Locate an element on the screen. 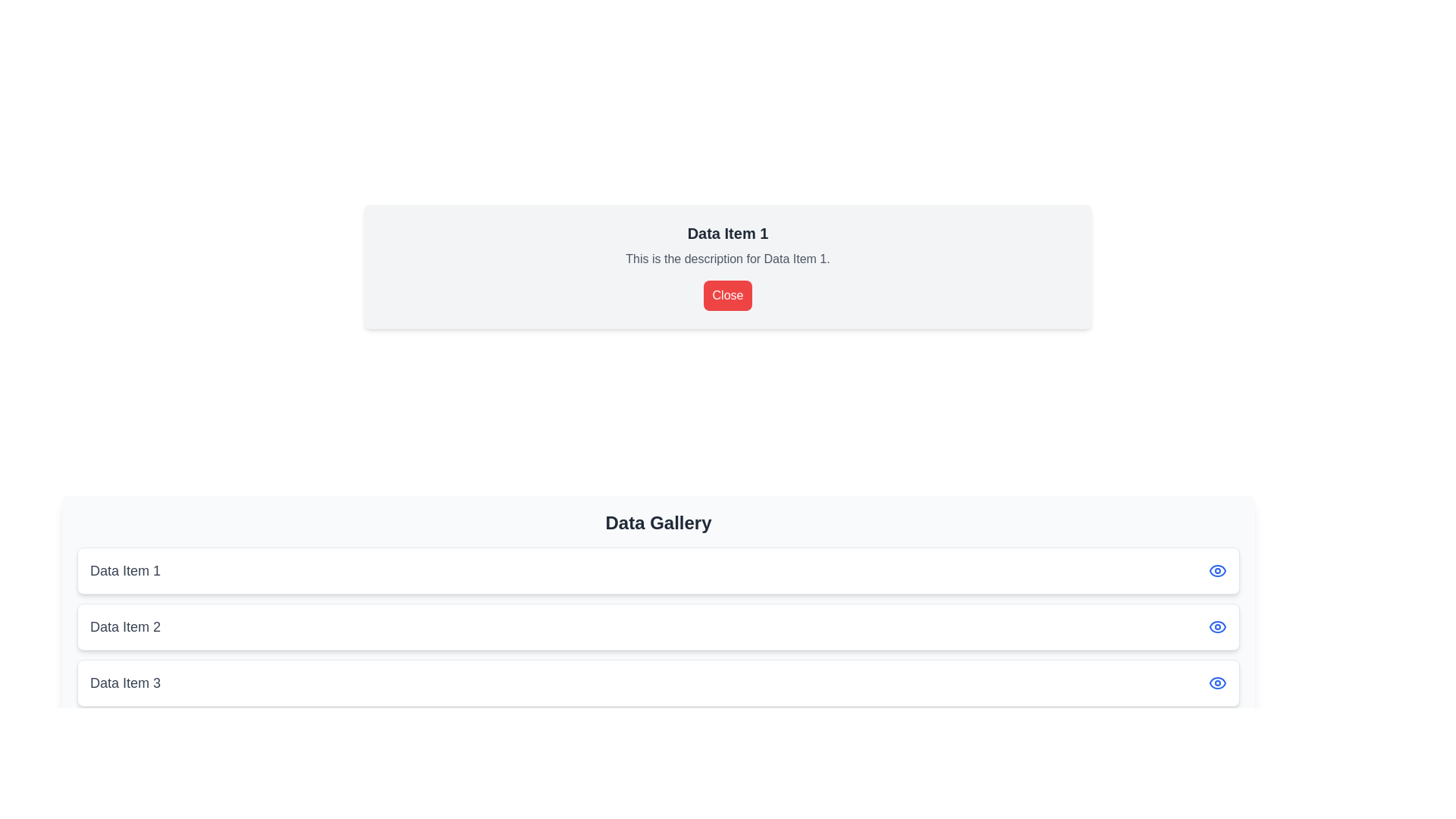  the eye-shaped icon with a blue stroke outline located to the right of 'Data Item 3' in the third row is located at coordinates (1218, 683).